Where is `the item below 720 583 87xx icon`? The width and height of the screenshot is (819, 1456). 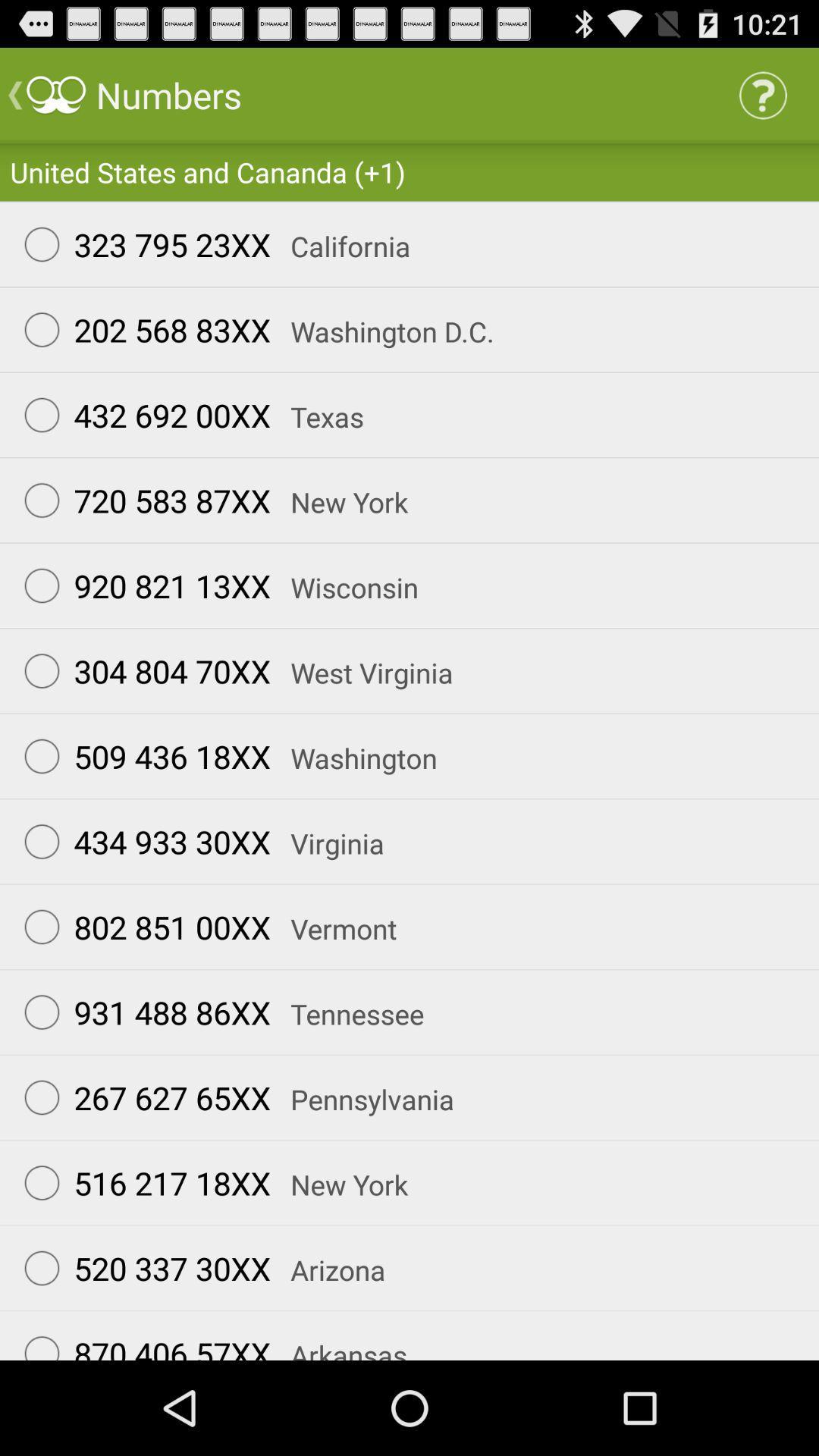
the item below 720 583 87xx icon is located at coordinates (344, 586).